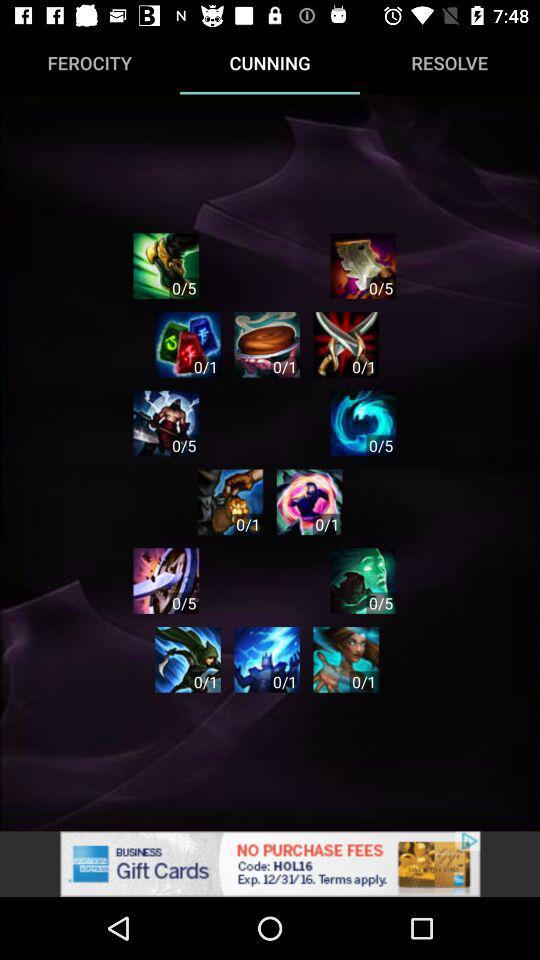  What do you see at coordinates (362, 423) in the screenshot?
I see `theme option` at bounding box center [362, 423].